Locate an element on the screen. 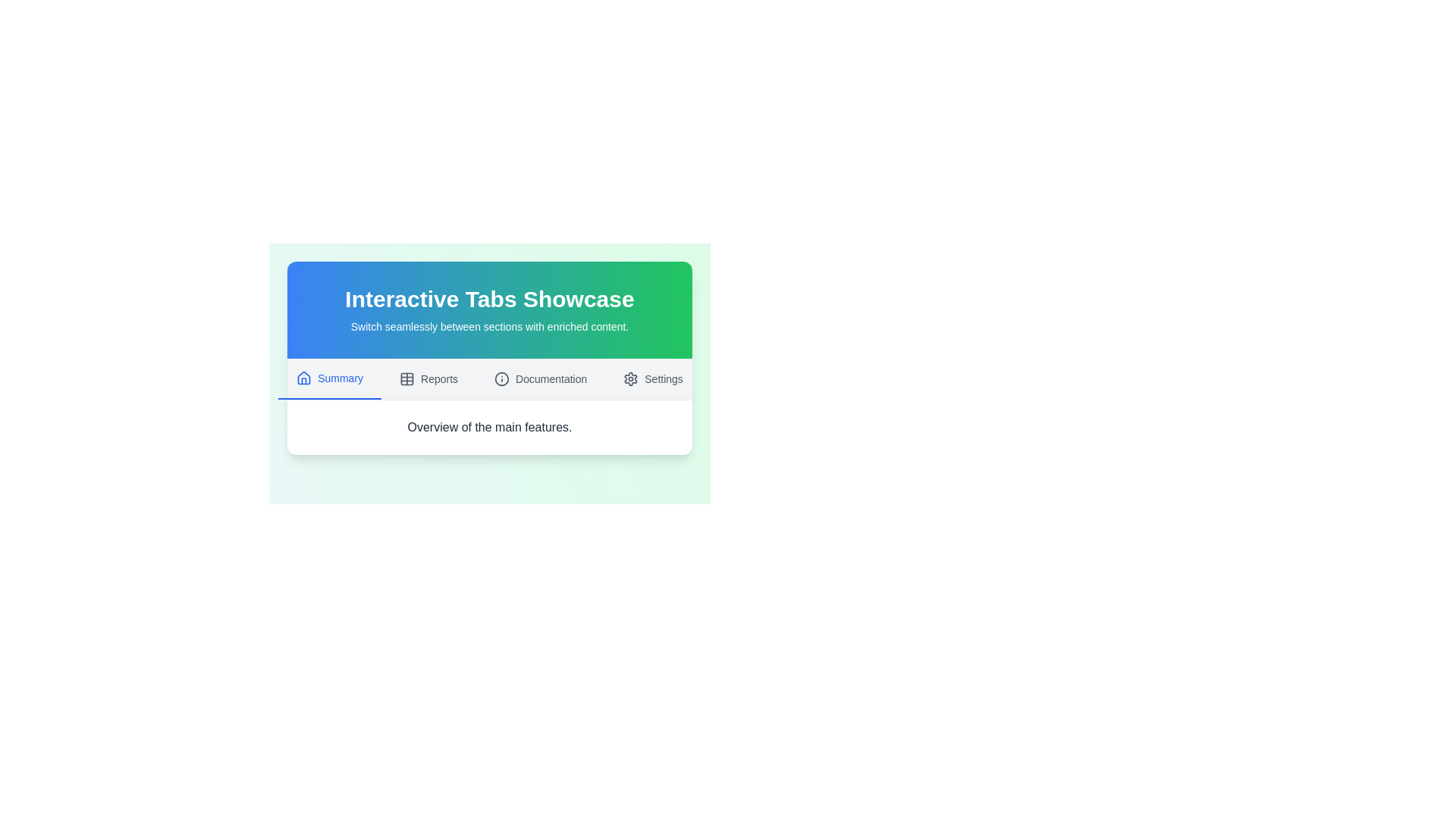  the icon in the Navigation bar with labeled icons is located at coordinates (490, 378).